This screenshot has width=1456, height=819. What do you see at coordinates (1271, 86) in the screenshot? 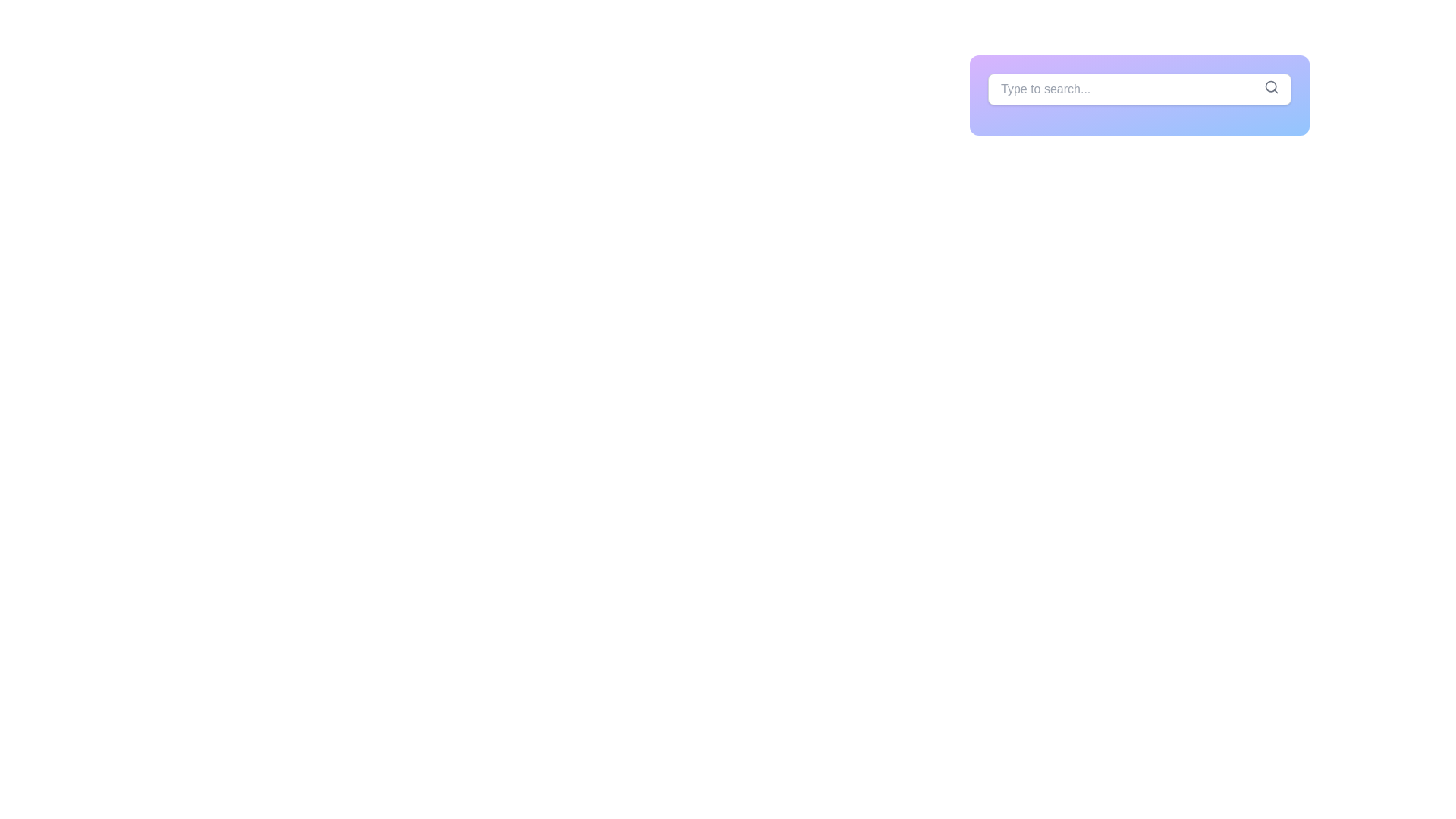
I see `the circular part of the search icon representing the lens of a magnifying glass located on the right-hand side of the search input box` at bounding box center [1271, 86].